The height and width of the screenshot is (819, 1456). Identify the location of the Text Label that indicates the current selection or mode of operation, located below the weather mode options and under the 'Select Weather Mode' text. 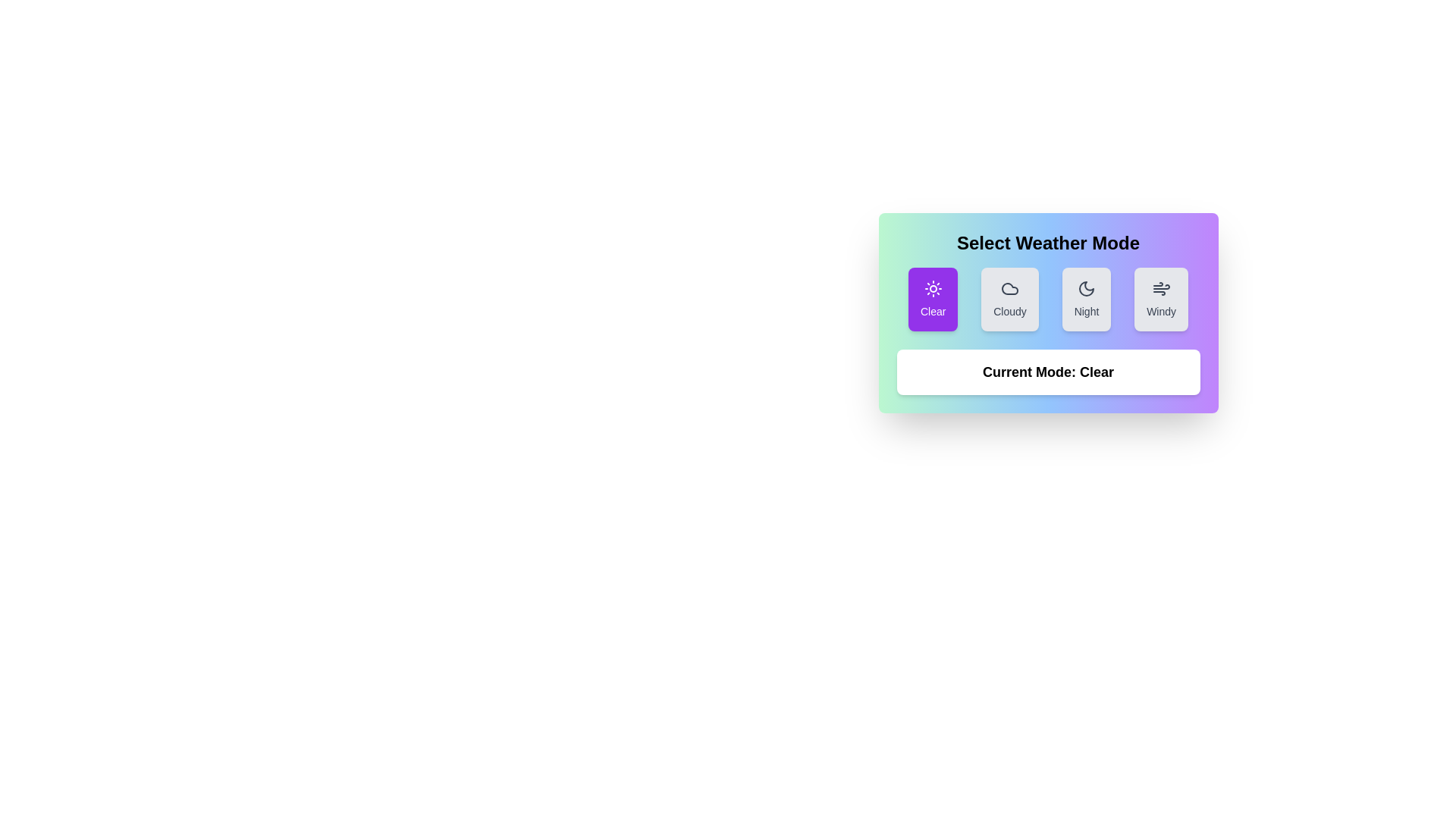
(1047, 372).